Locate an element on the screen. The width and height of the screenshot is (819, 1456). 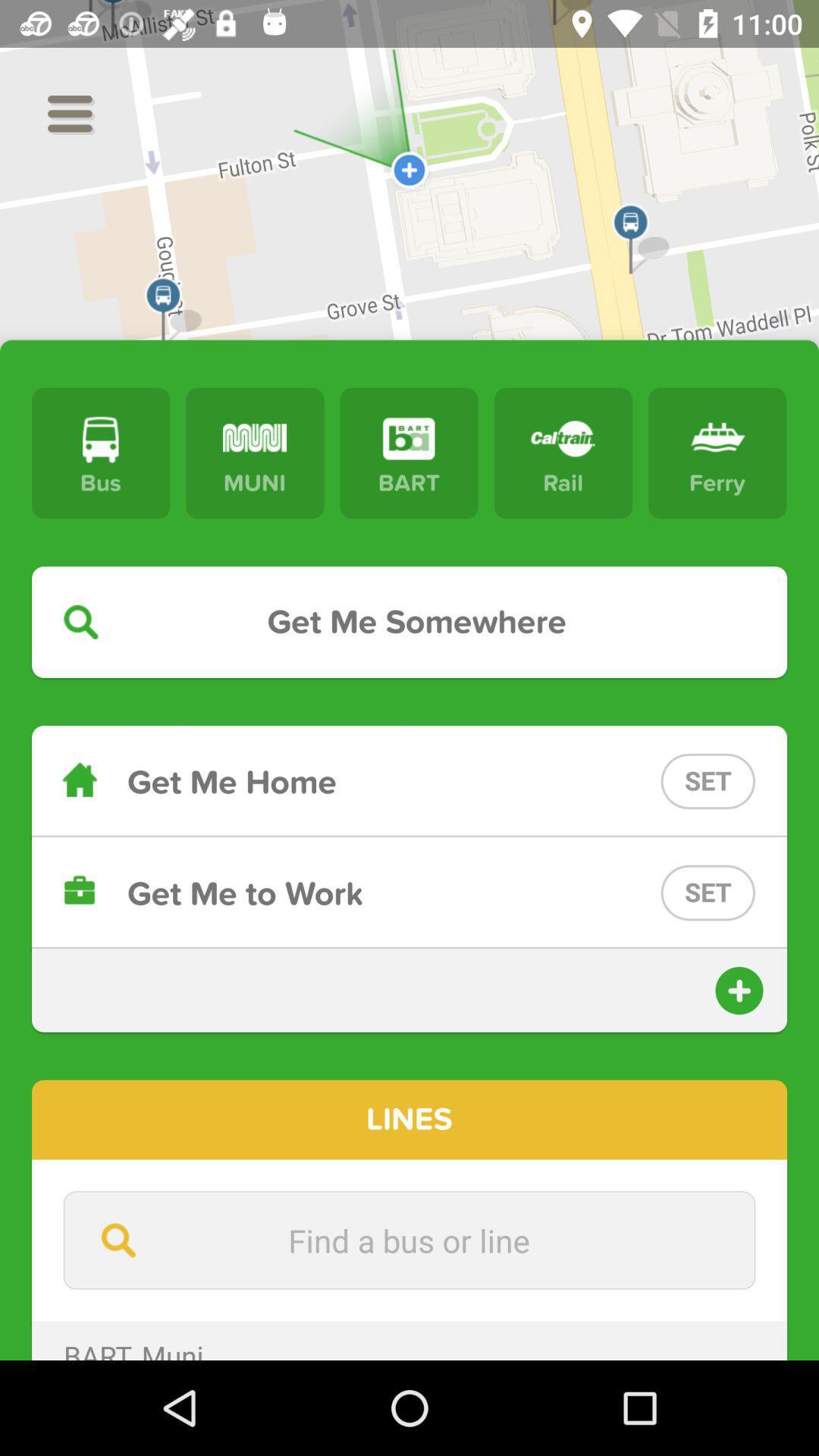
the menu icon is located at coordinates (62, 114).